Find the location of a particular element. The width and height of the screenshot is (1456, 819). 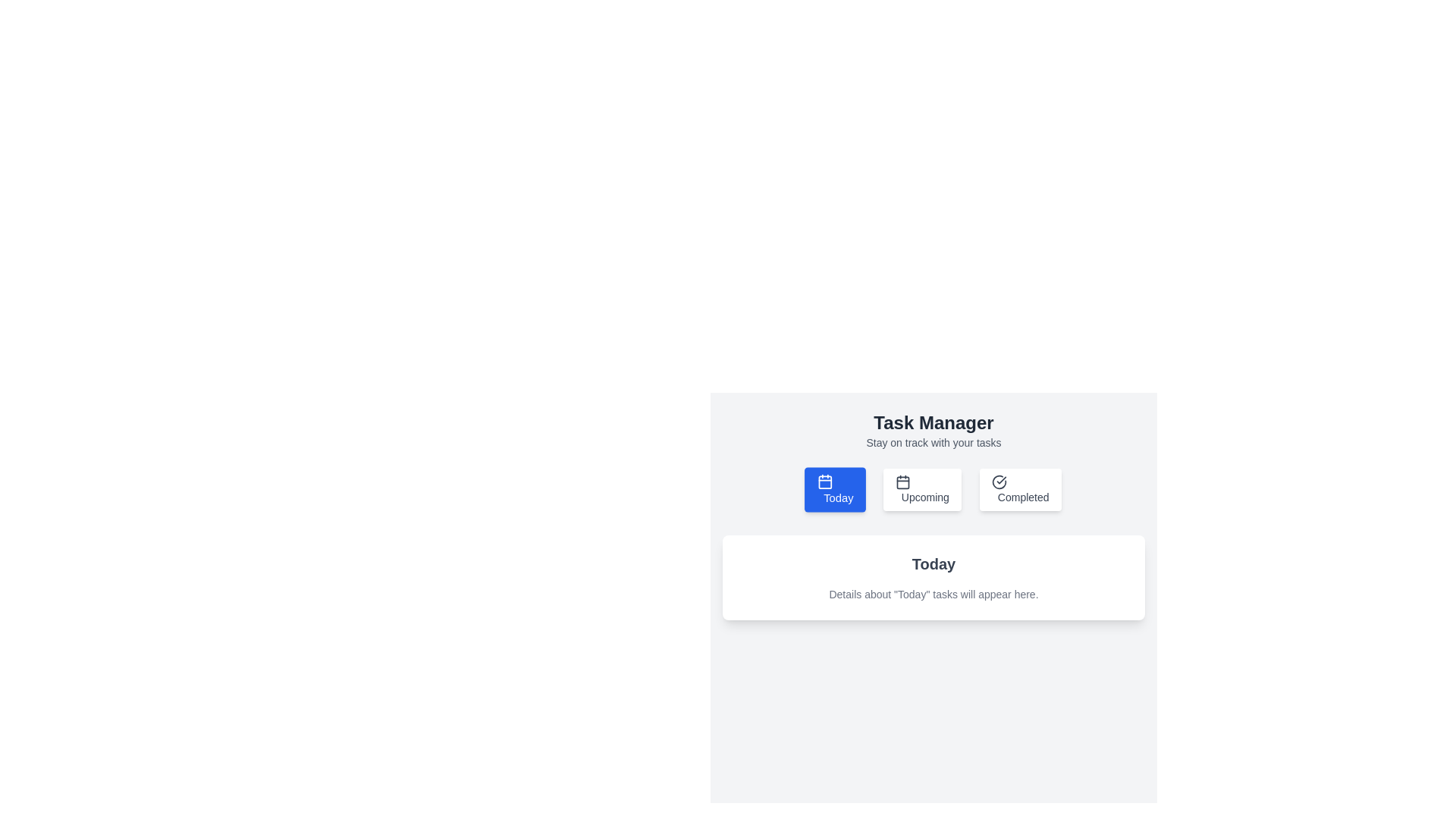

the 'Completed' icon, which is the left-most part of the navigation button indicating task completion is located at coordinates (999, 482).